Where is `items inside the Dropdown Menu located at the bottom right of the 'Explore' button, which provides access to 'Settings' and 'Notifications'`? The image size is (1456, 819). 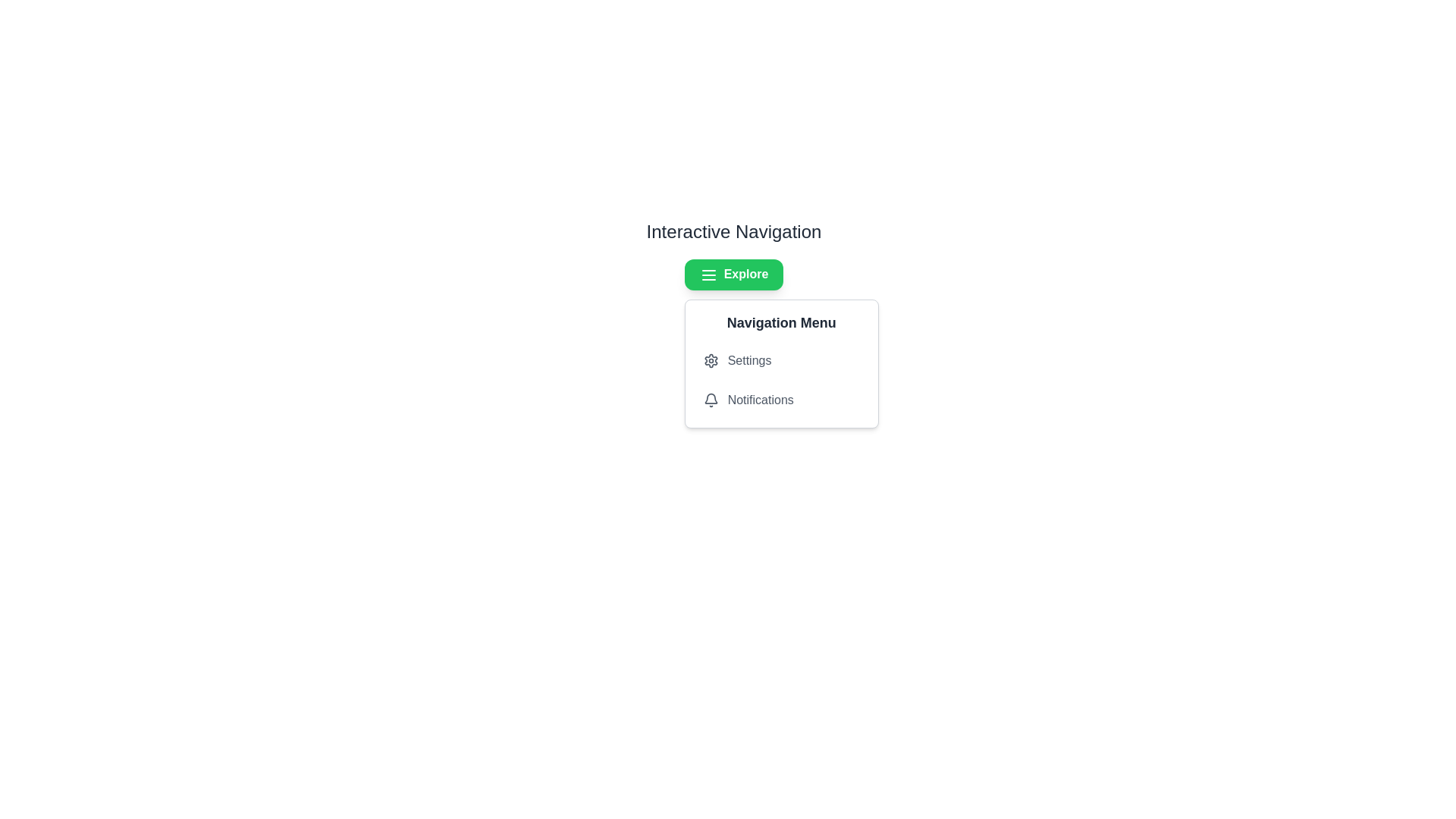 items inside the Dropdown Menu located at the bottom right of the 'Explore' button, which provides access to 'Settings' and 'Notifications' is located at coordinates (781, 363).